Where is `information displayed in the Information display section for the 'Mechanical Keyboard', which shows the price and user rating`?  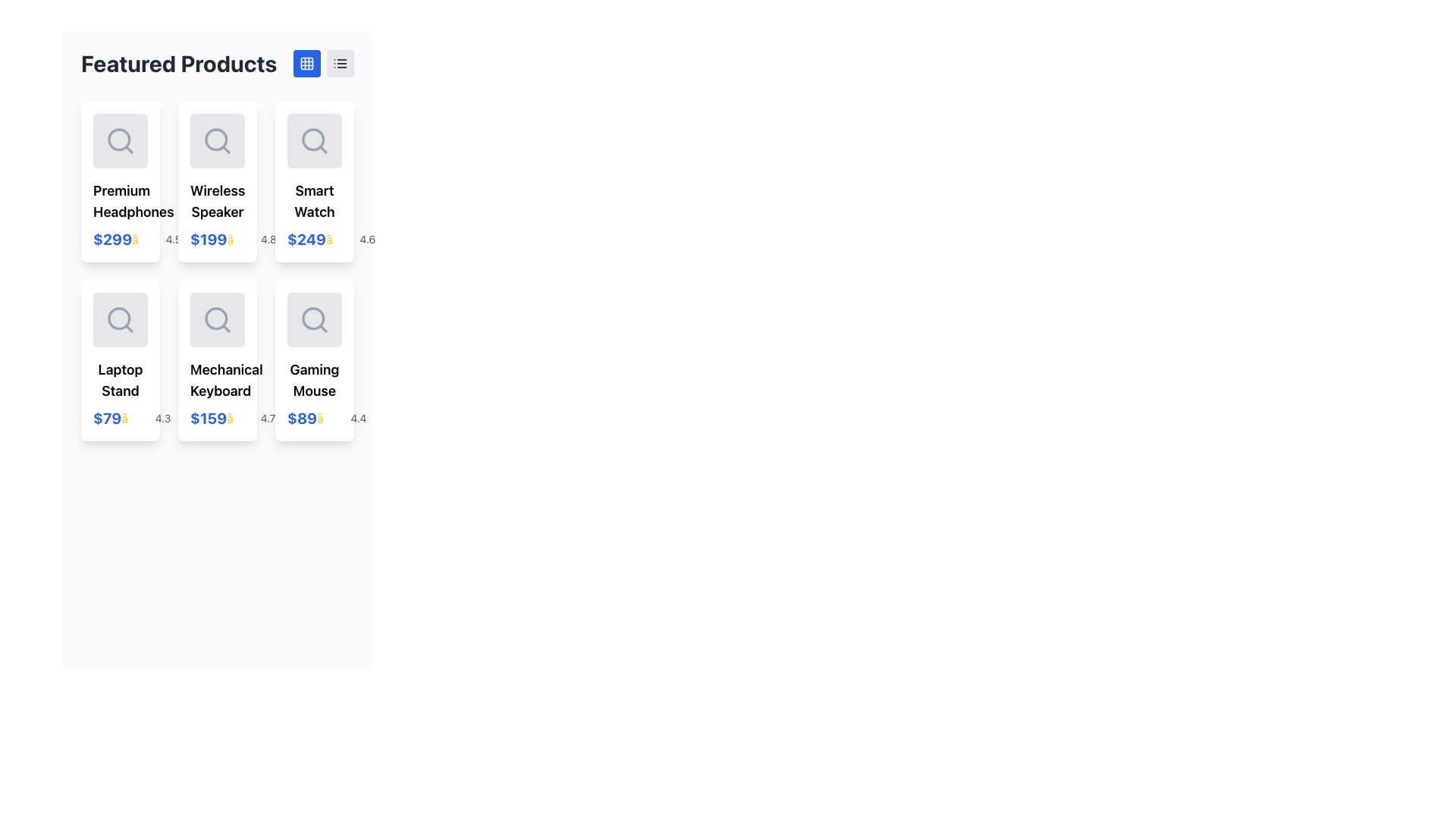
information displayed in the Information display section for the 'Mechanical Keyboard', which shows the price and user rating is located at coordinates (217, 418).